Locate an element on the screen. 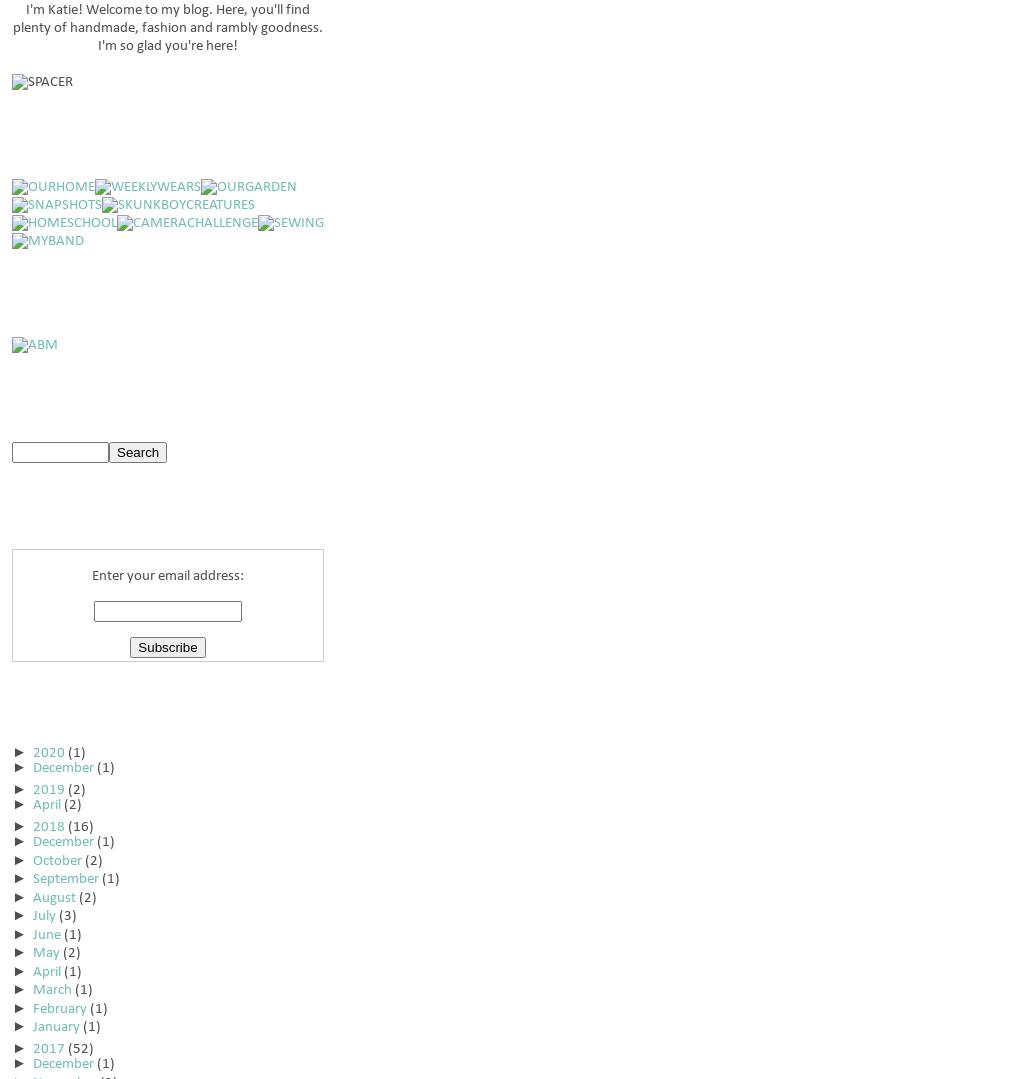  'Enter your email address:' is located at coordinates (167, 575).